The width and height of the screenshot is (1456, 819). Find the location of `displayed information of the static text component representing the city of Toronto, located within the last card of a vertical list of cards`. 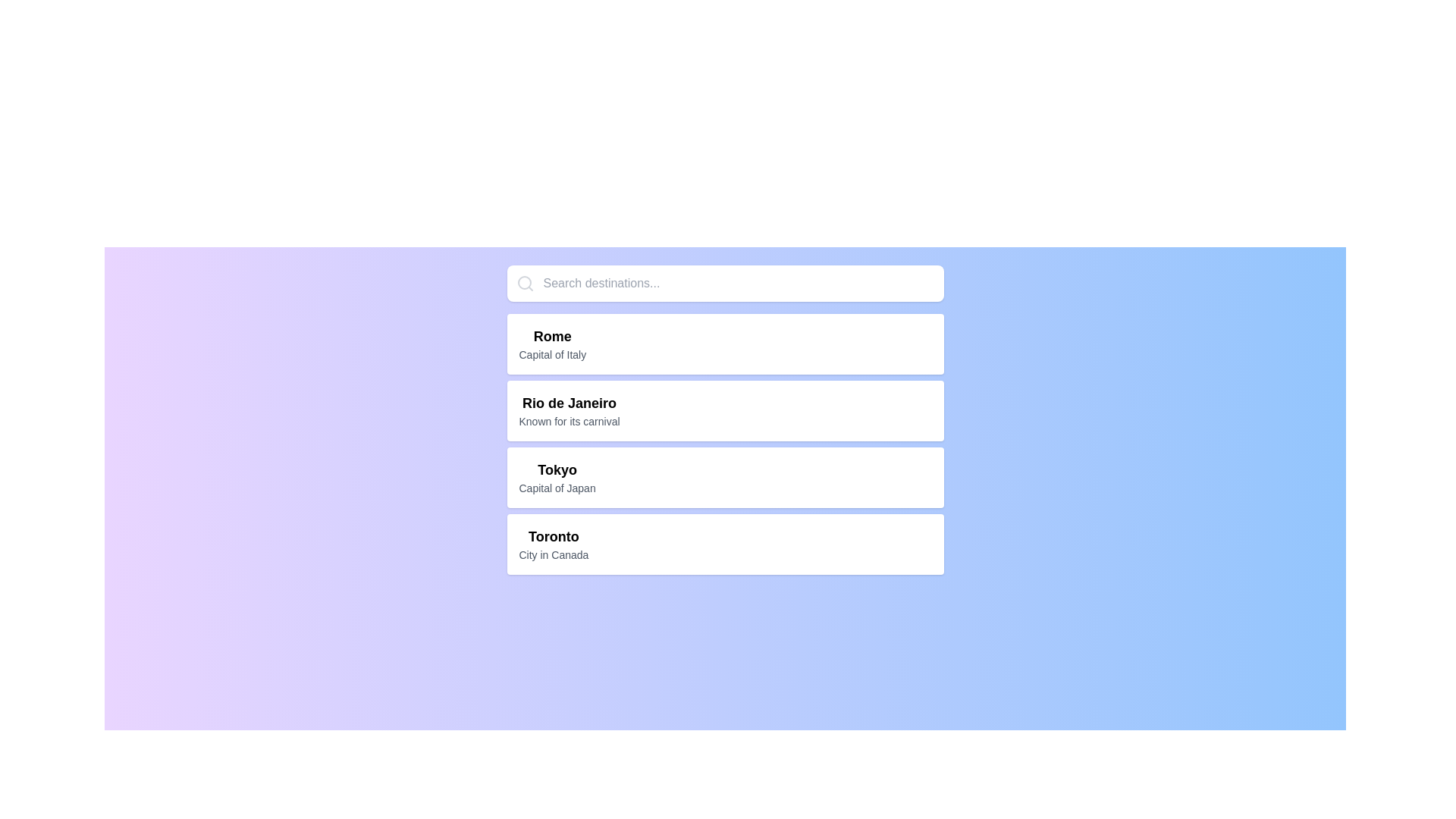

displayed information of the static text component representing the city of Toronto, located within the last card of a vertical list of cards is located at coordinates (553, 543).